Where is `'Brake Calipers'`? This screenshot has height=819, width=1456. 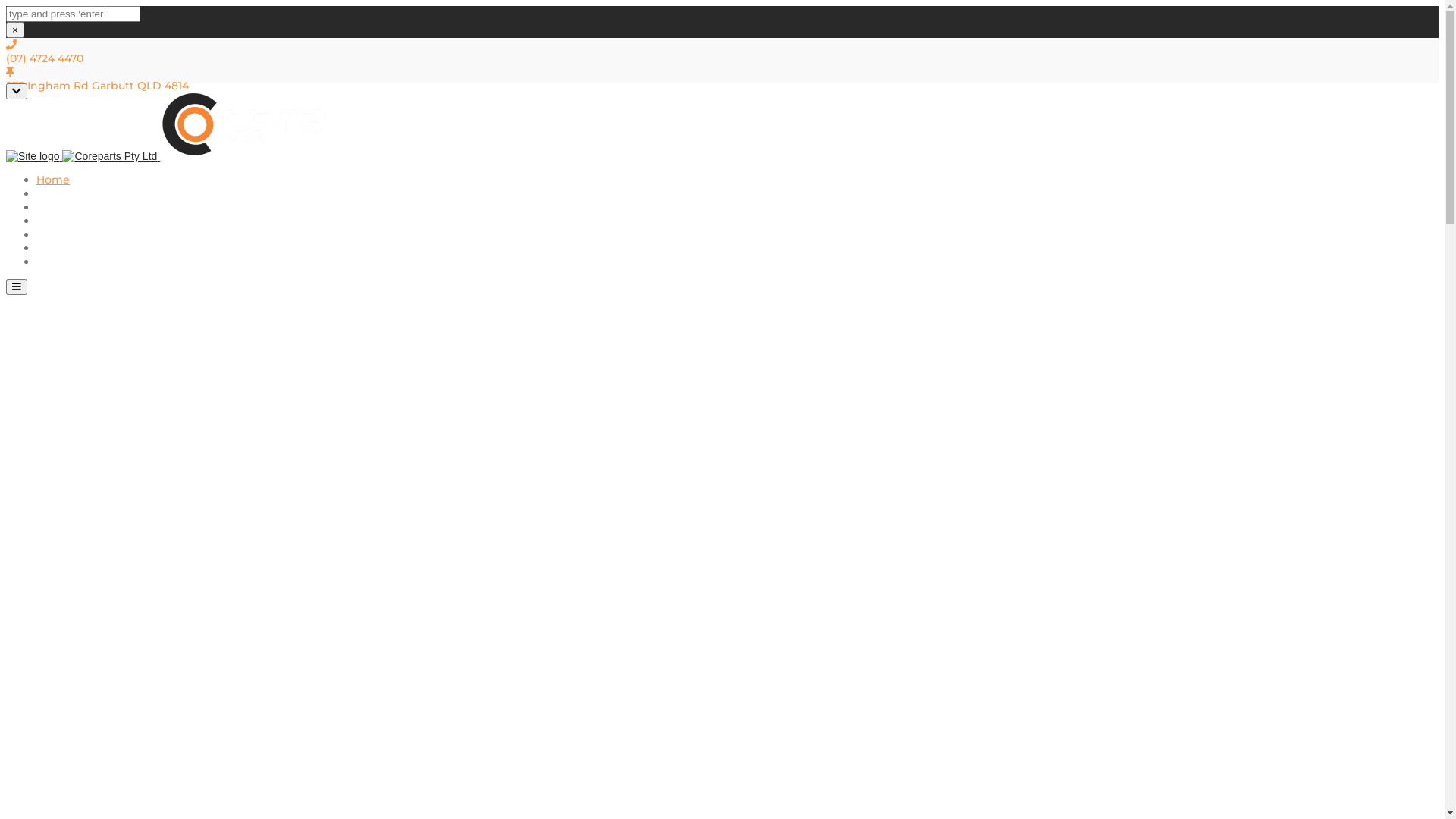 'Brake Calipers' is located at coordinates (75, 220).